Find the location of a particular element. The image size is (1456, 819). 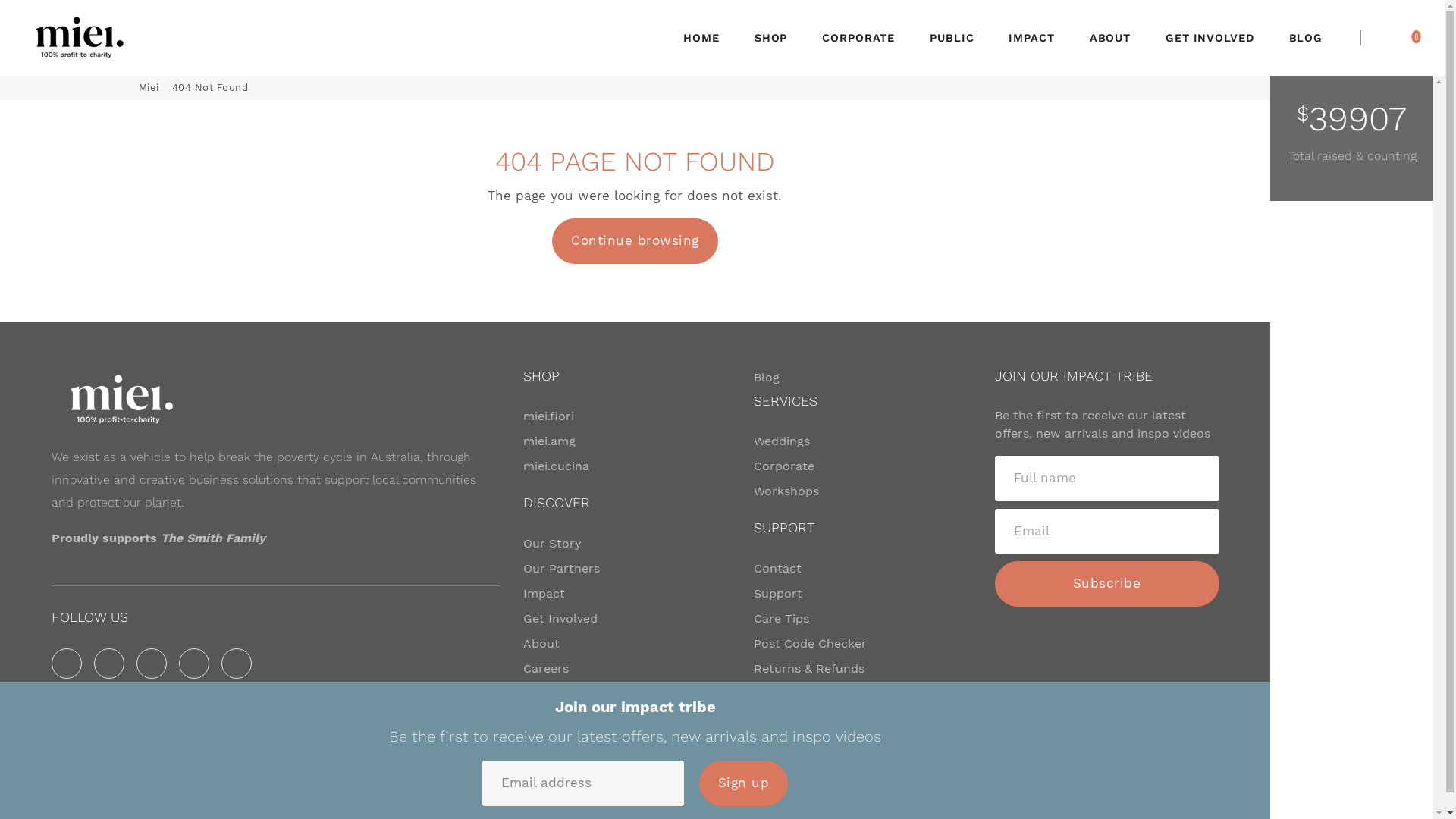

'Sign up' is located at coordinates (698, 783).